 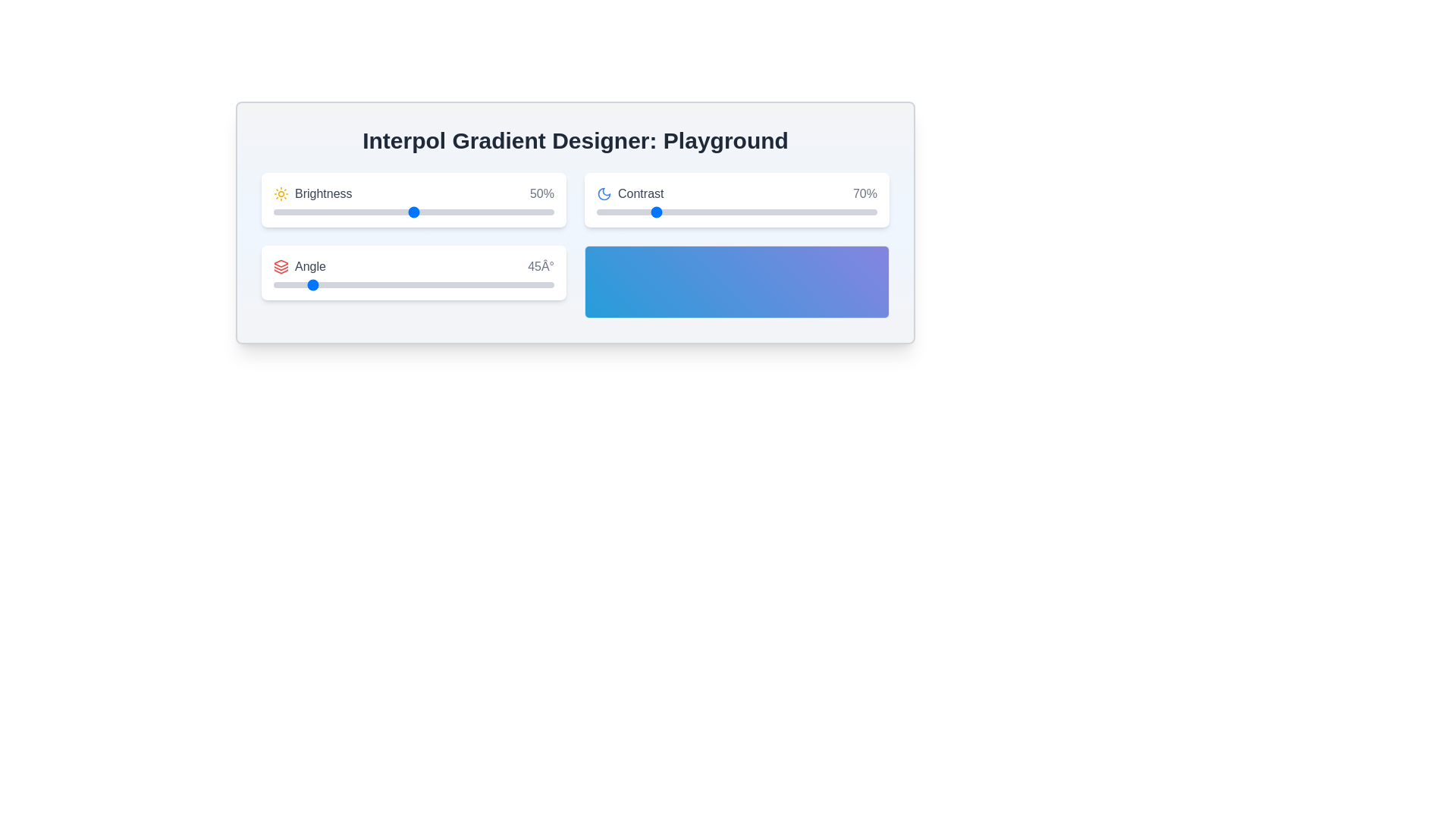 What do you see at coordinates (514, 284) in the screenshot?
I see `the angle` at bounding box center [514, 284].